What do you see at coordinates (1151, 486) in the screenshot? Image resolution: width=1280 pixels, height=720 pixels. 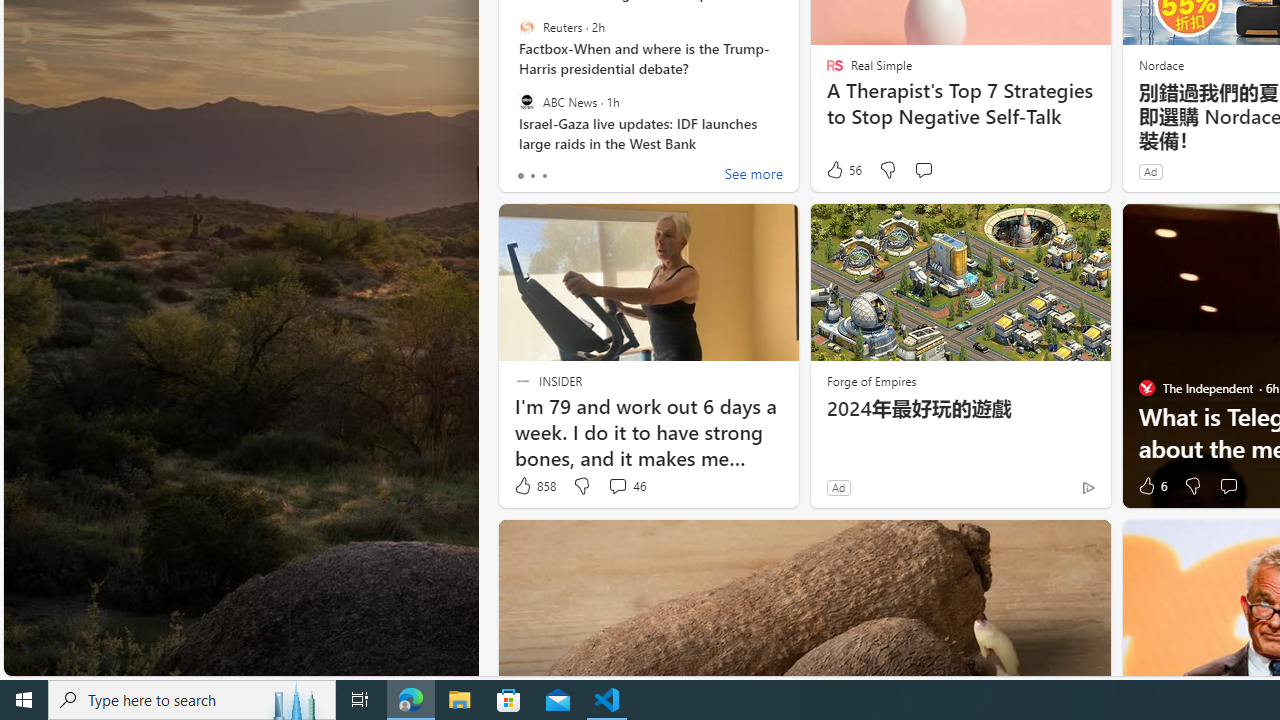 I see `'6 Like'` at bounding box center [1151, 486].